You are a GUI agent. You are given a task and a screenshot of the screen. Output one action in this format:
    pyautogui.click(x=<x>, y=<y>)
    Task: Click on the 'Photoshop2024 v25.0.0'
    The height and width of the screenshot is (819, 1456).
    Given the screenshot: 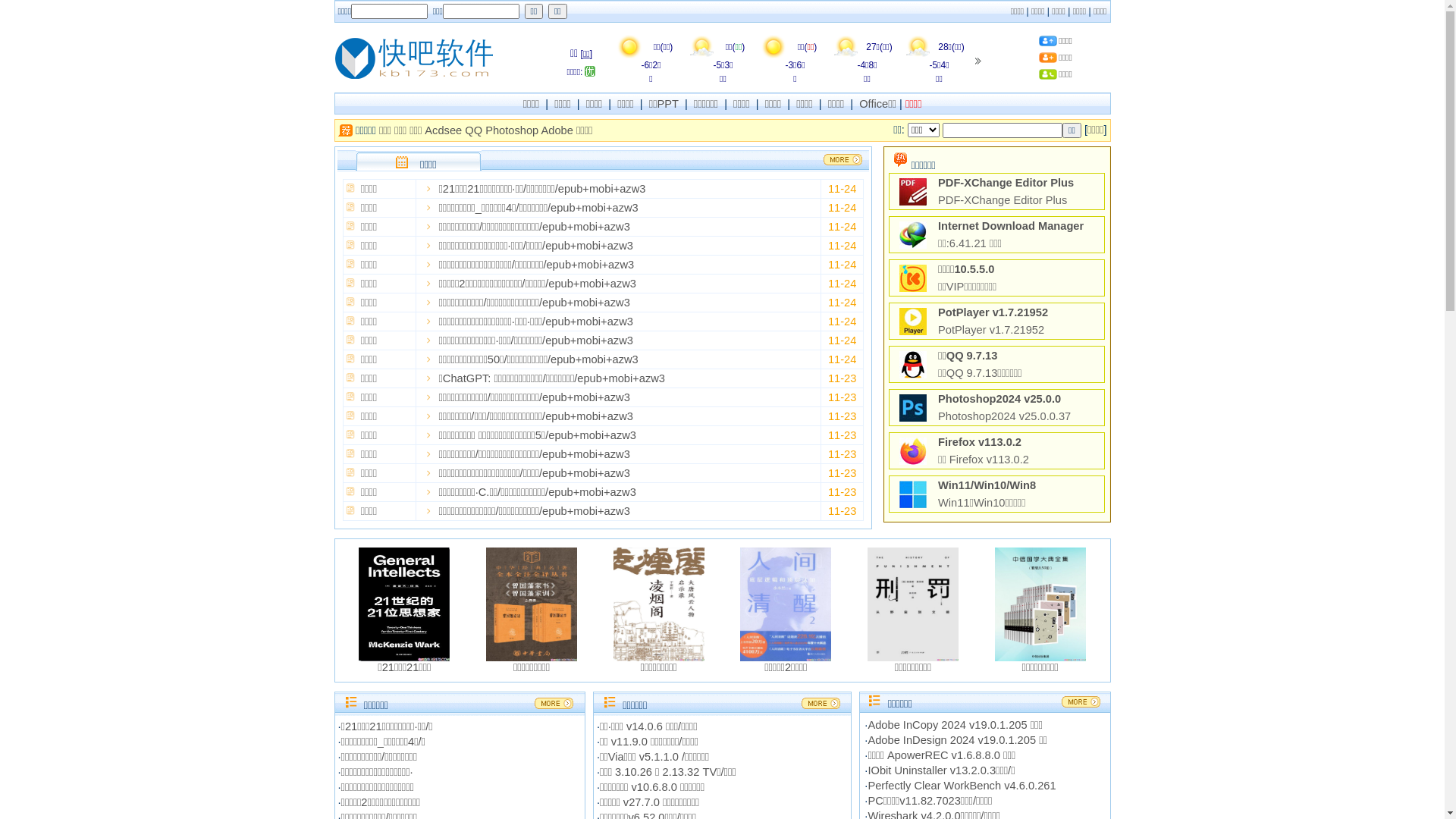 What is the action you would take?
    pyautogui.click(x=937, y=397)
    